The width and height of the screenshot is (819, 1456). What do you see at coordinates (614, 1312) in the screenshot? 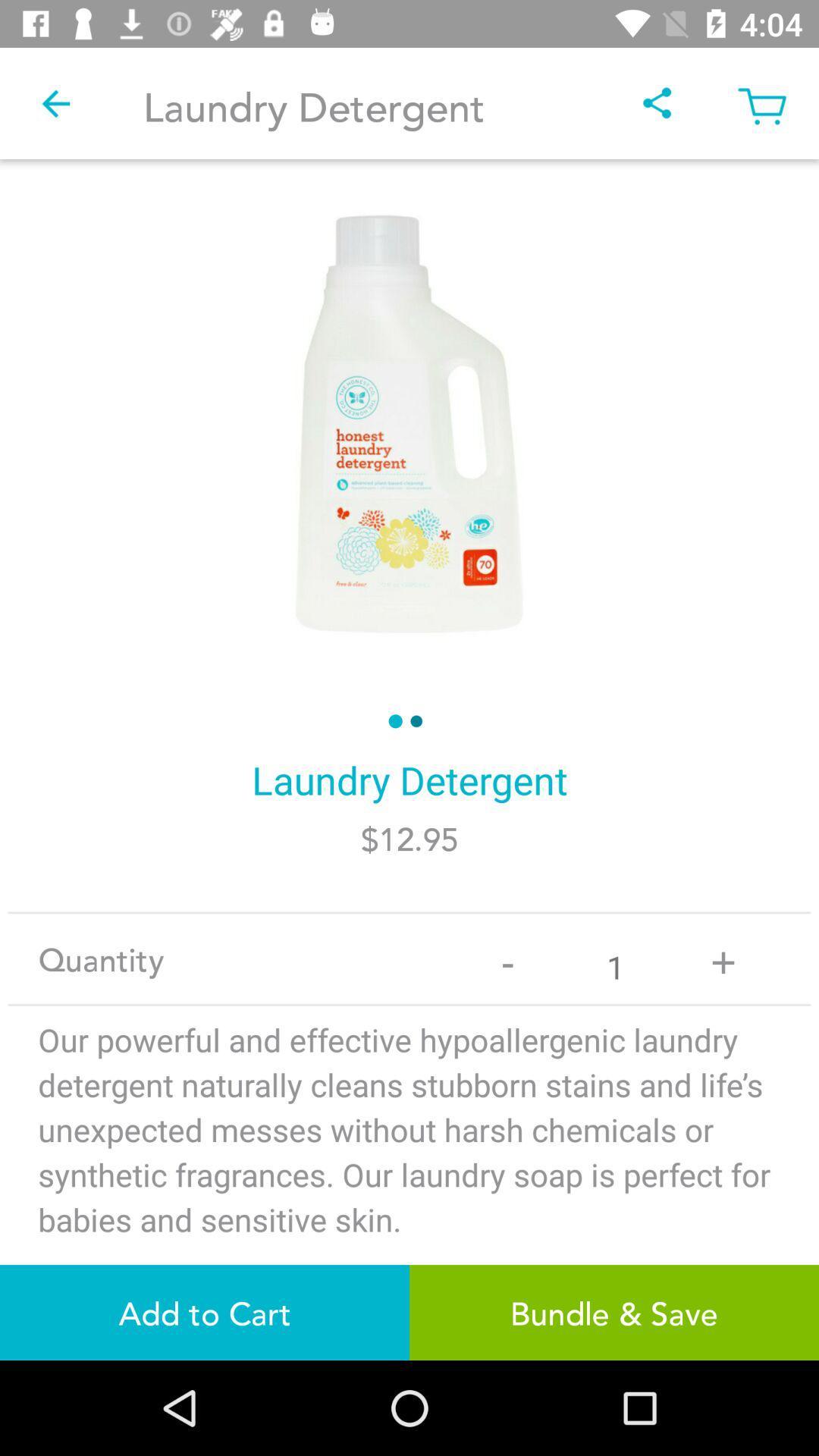
I see `the icon to the right of the add to cart` at bounding box center [614, 1312].